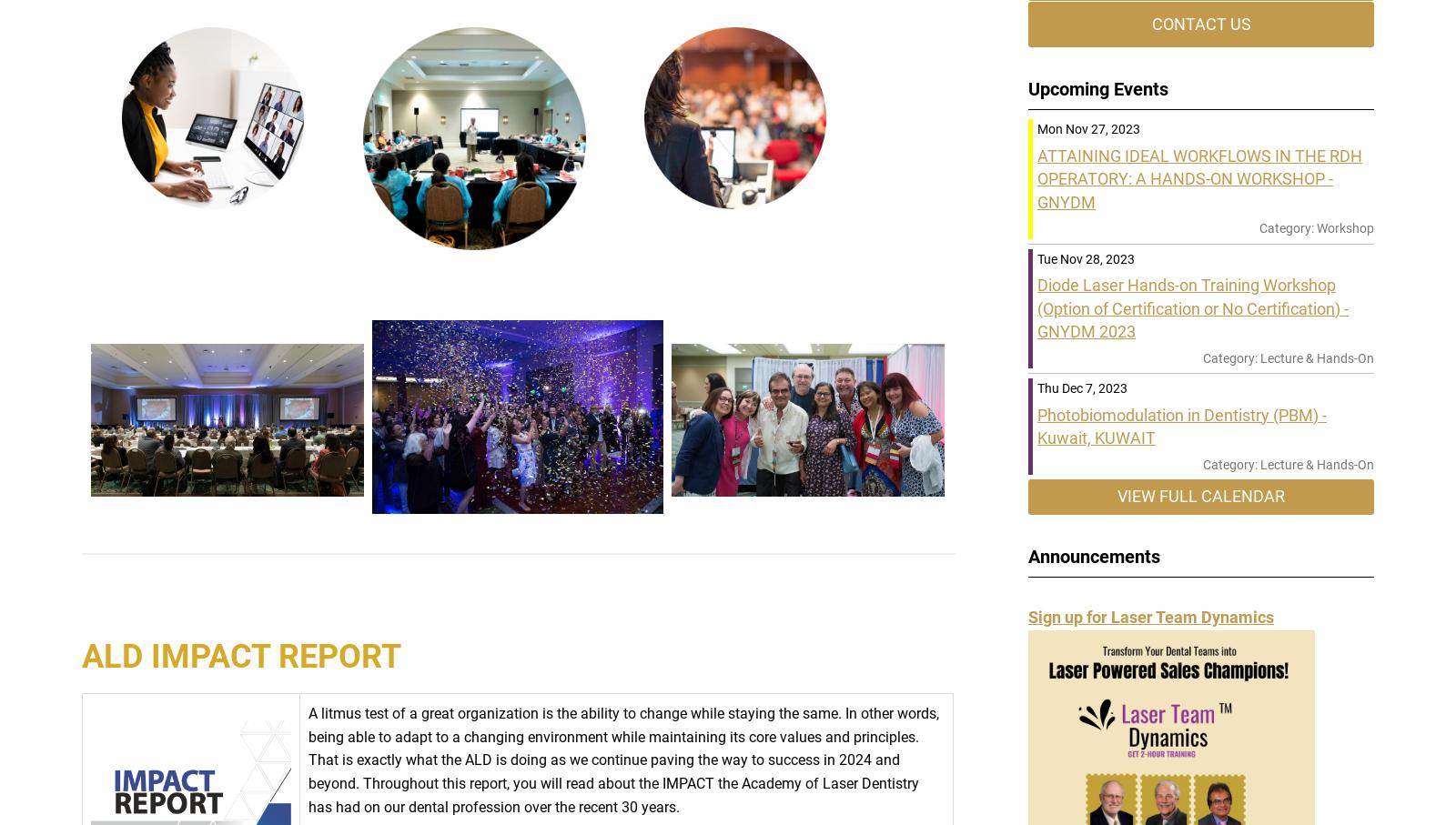 This screenshot has width=1456, height=825. Describe the element at coordinates (1086, 257) in the screenshot. I see `'Tue Nov 28, 2023'` at that location.